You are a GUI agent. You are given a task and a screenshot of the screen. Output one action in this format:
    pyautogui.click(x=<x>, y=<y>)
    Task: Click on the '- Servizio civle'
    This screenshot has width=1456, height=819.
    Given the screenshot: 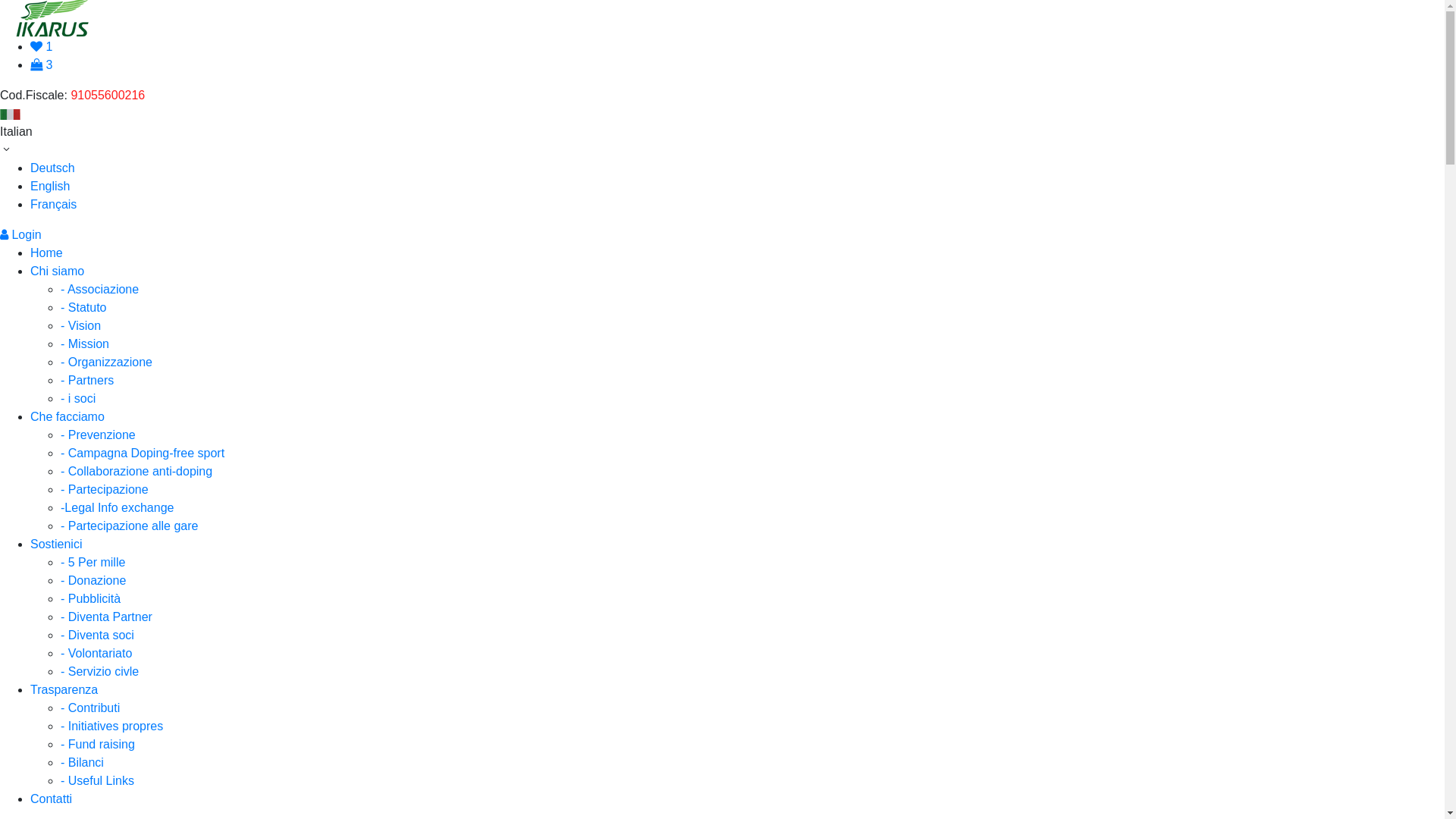 What is the action you would take?
    pyautogui.click(x=99, y=670)
    